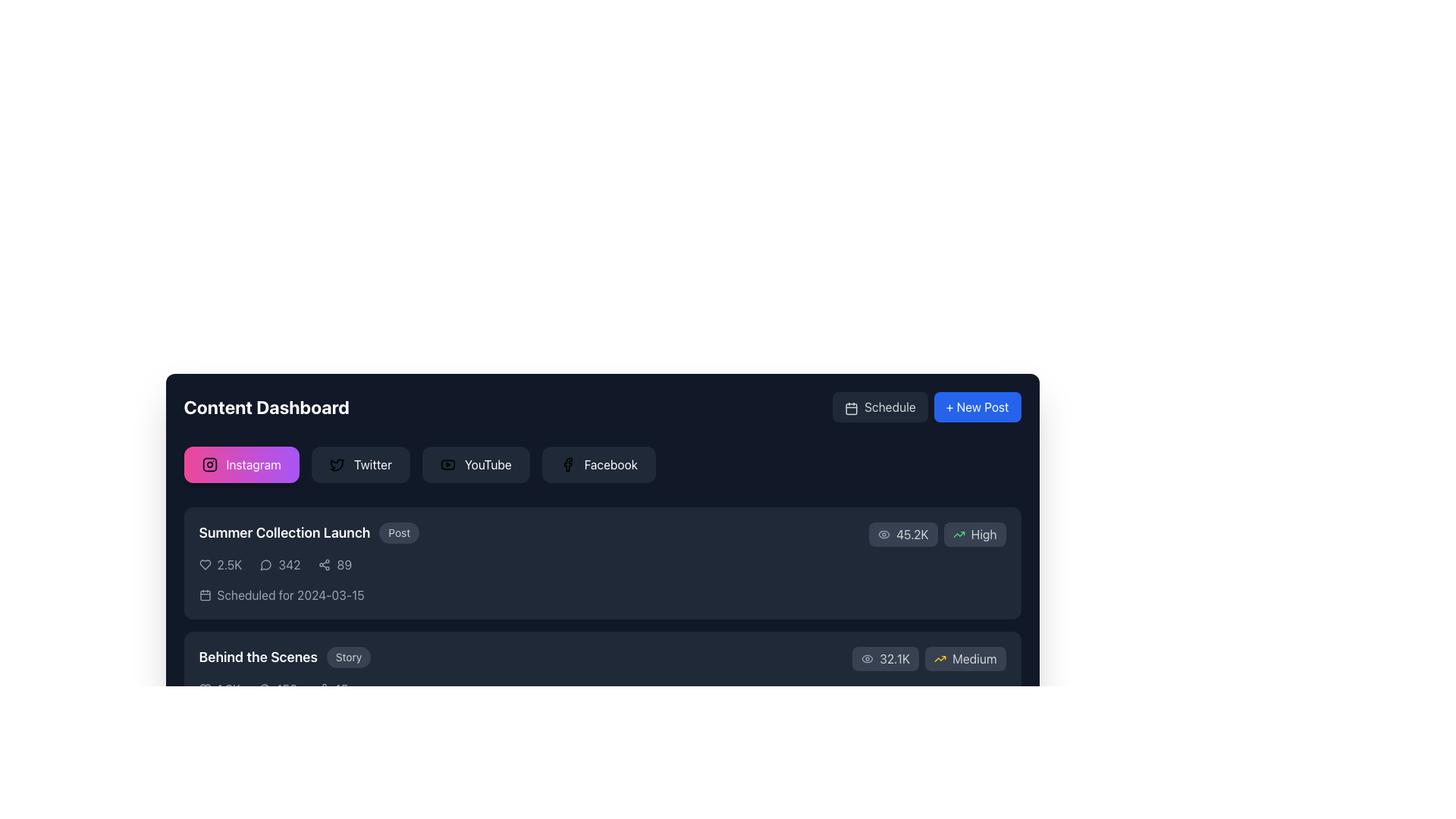  I want to click on the 'Medium' indicator in the Summary card row which is located in the bottom section of the Content Dashboard, to adjust the importance level, so click(601, 672).